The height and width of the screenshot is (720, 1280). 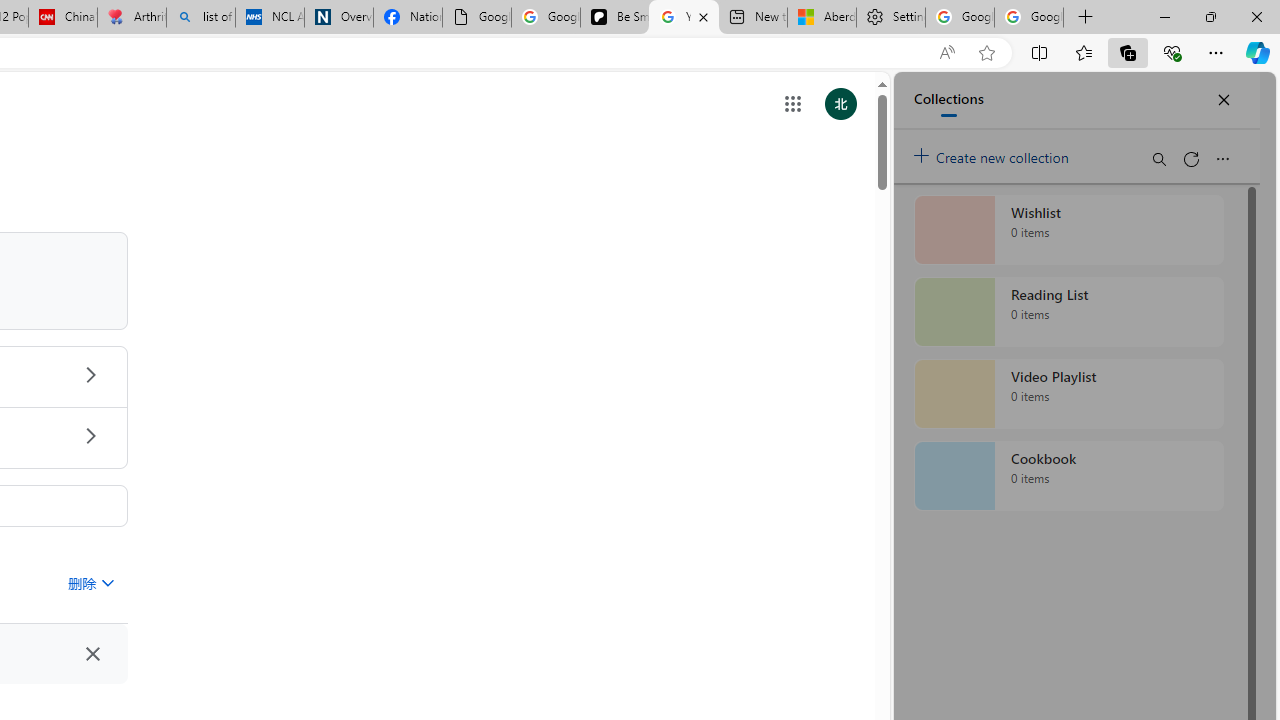 I want to click on 'Class: asE2Ub NMm5M', so click(x=106, y=582).